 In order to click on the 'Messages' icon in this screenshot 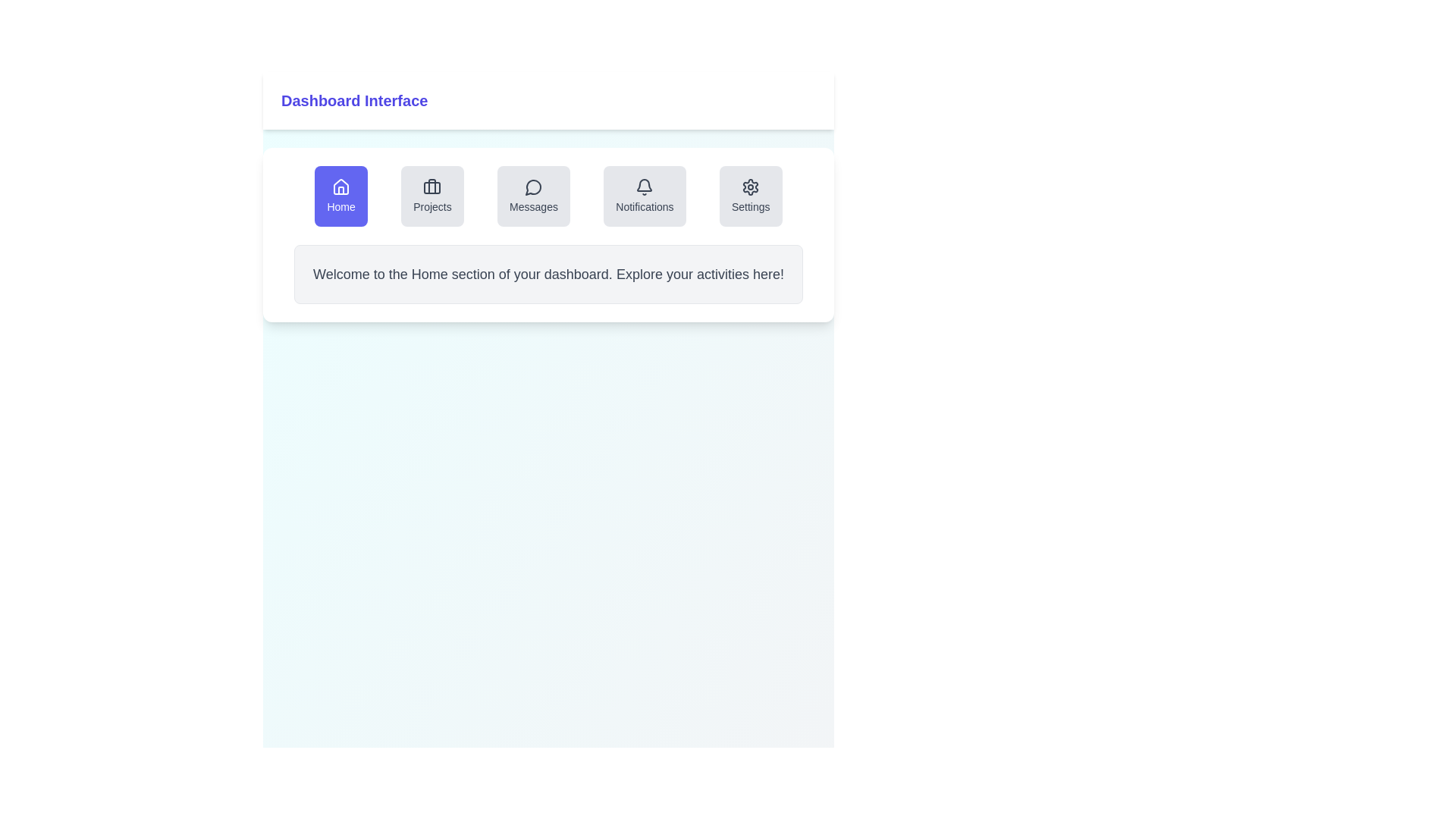, I will do `click(534, 186)`.